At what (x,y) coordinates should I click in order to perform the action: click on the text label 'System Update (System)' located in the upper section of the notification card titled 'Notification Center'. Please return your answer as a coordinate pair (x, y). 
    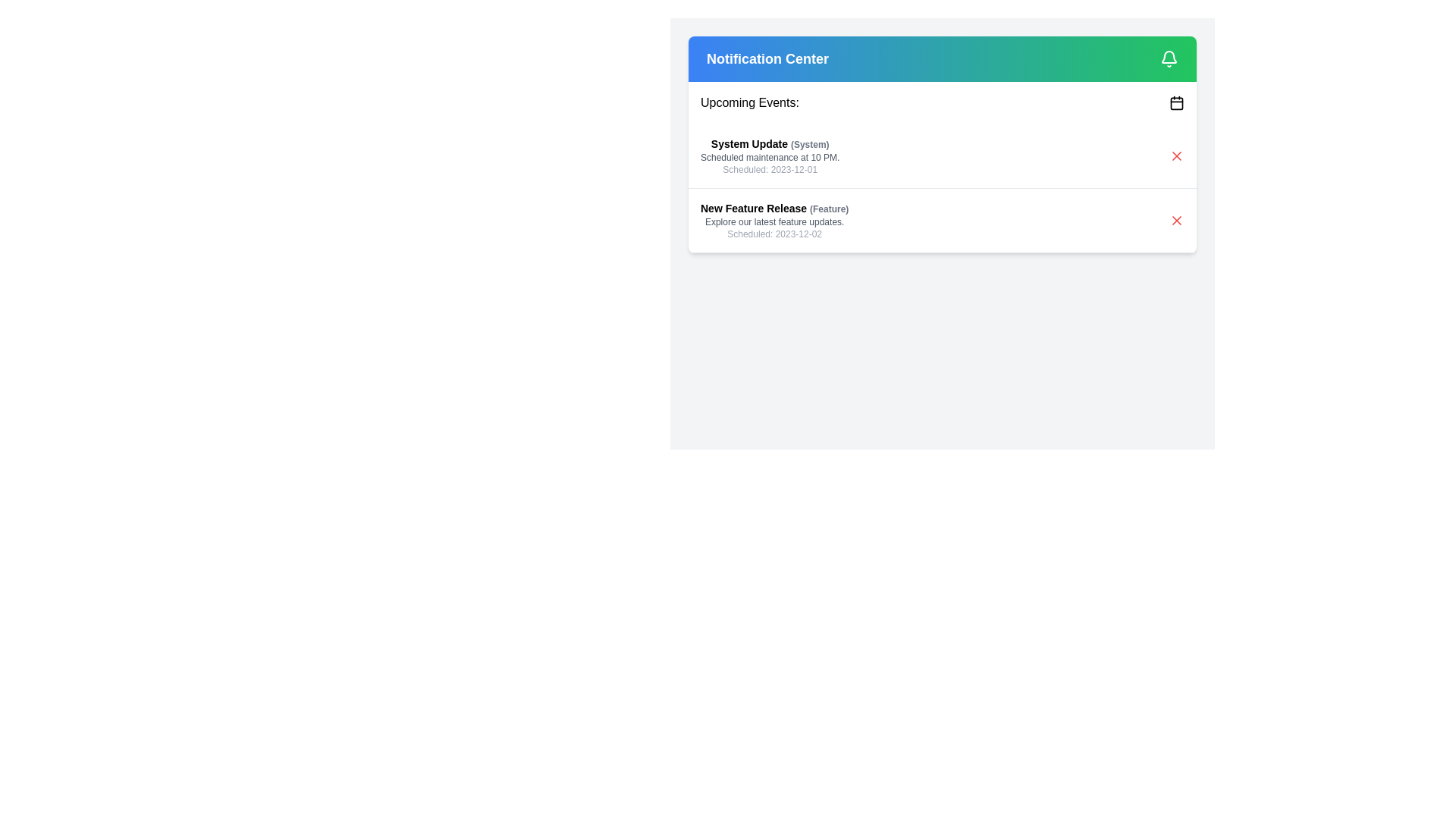
    Looking at the image, I should click on (770, 143).